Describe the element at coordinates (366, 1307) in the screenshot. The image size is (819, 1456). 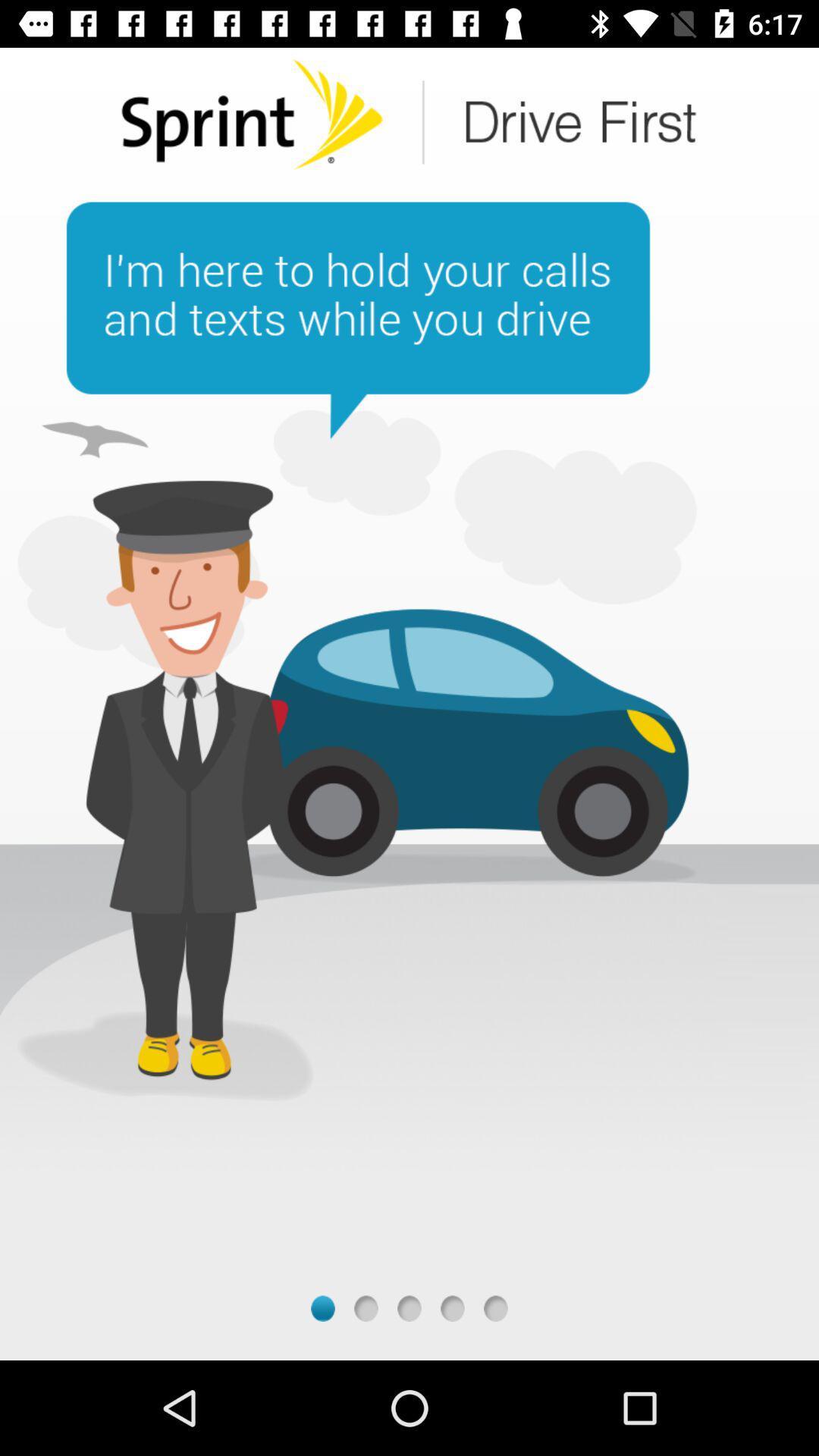
I see `2nd page` at that location.